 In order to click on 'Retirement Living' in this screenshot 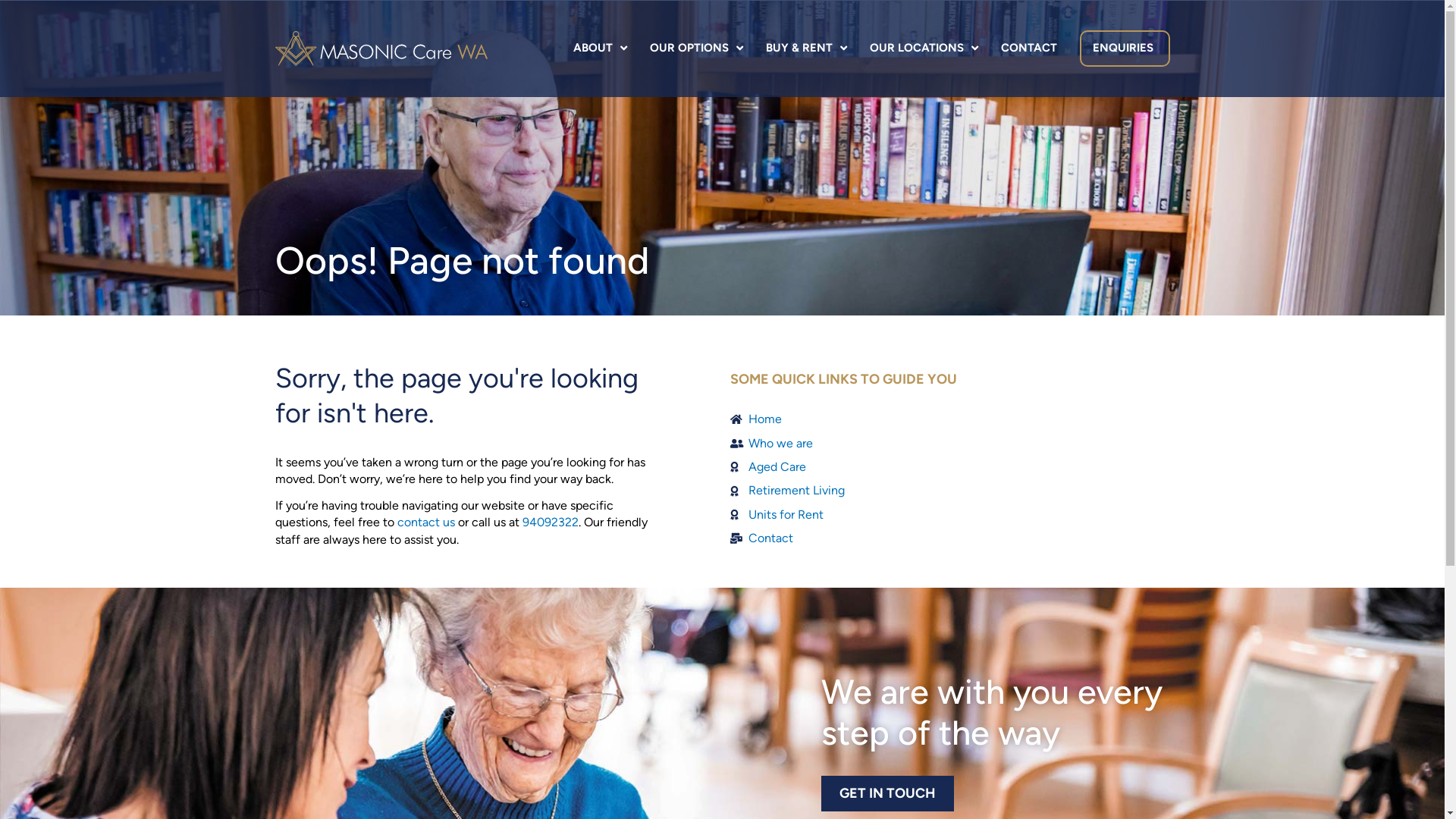, I will do `click(949, 491)`.